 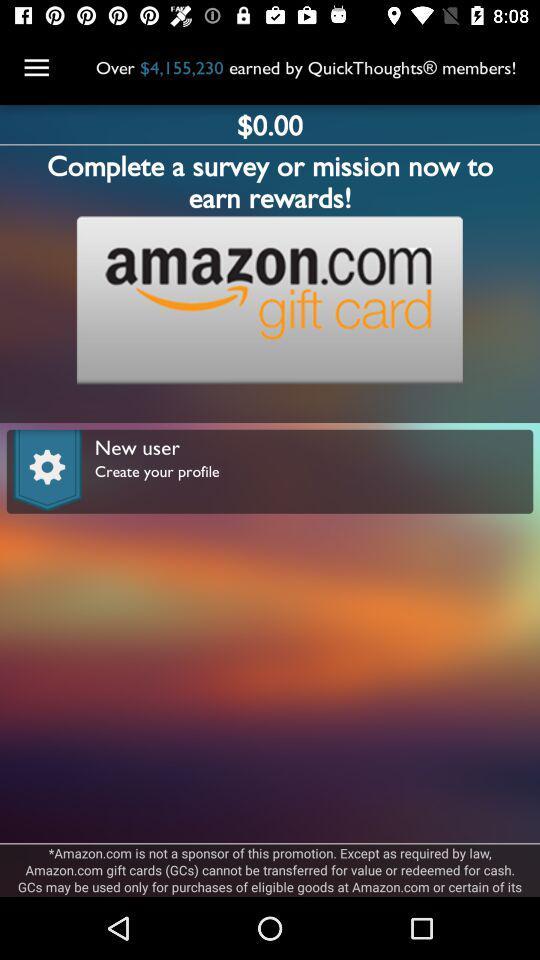 I want to click on amazon com is, so click(x=270, y=869).